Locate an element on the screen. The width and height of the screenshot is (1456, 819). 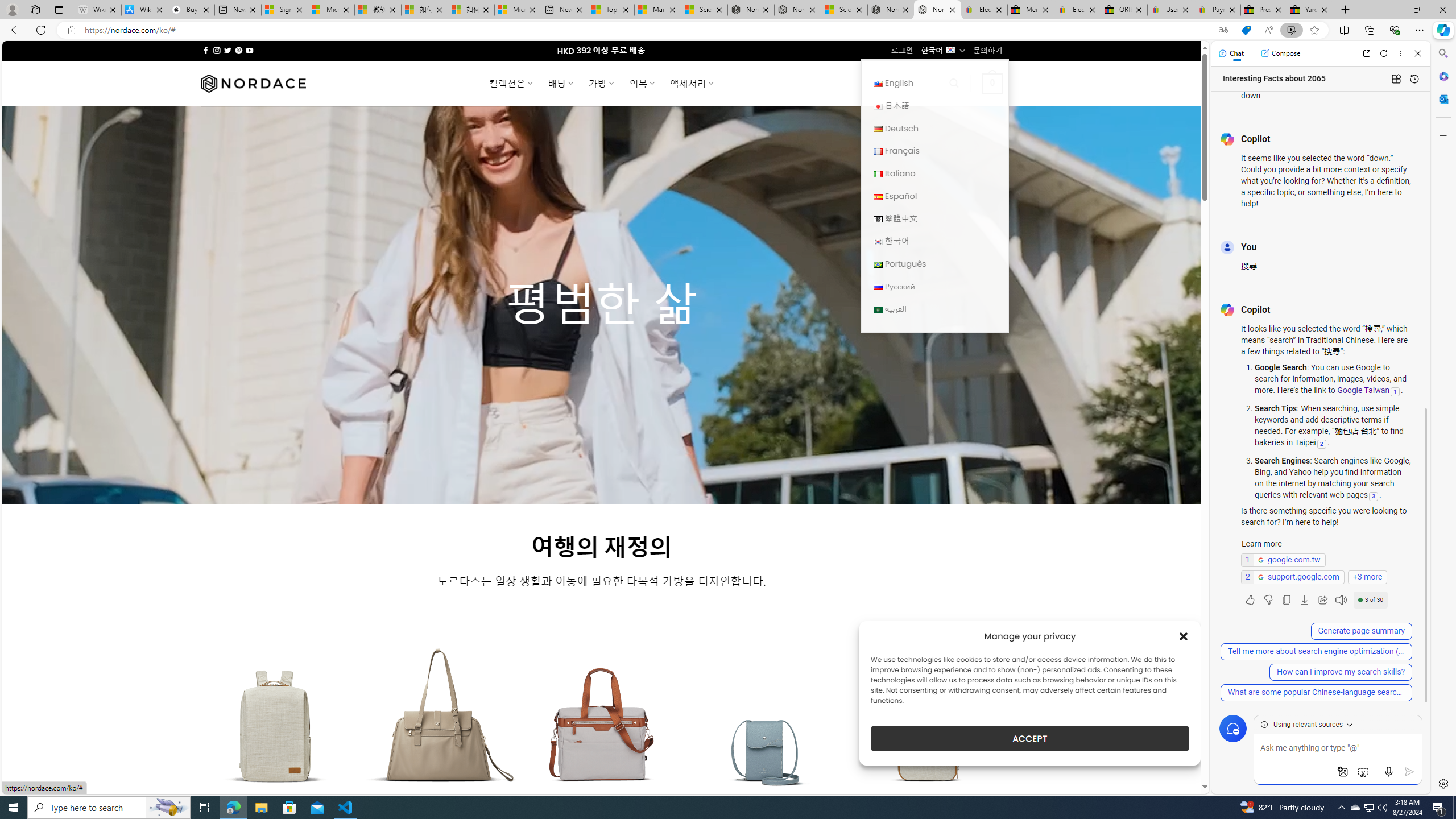
'Nordace - Home' is located at coordinates (937, 9).